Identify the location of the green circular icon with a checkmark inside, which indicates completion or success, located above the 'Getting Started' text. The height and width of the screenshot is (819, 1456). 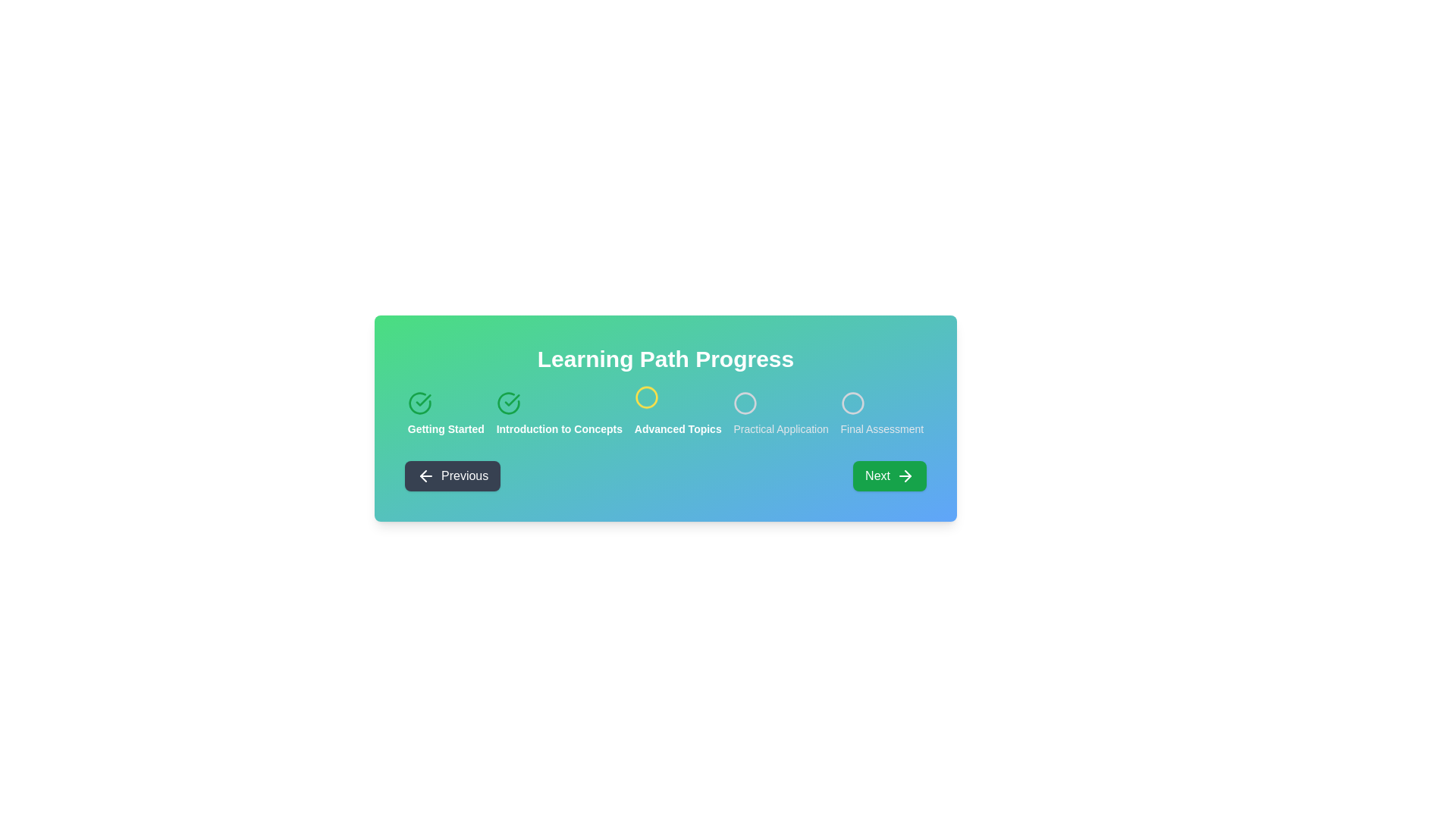
(419, 403).